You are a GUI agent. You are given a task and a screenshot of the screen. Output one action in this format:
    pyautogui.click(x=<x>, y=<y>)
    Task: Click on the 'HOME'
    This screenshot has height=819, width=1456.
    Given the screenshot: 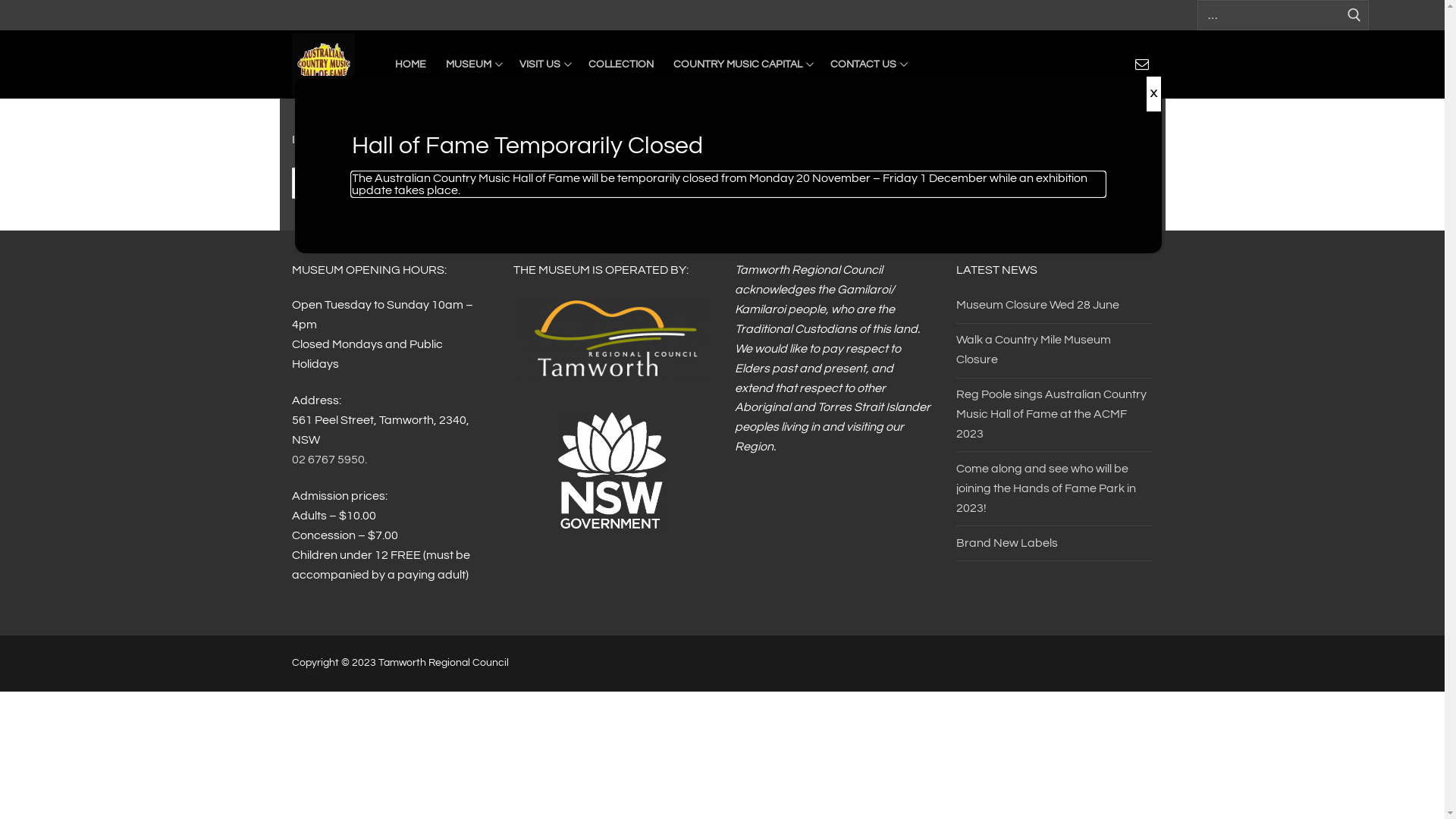 What is the action you would take?
    pyautogui.click(x=410, y=64)
    